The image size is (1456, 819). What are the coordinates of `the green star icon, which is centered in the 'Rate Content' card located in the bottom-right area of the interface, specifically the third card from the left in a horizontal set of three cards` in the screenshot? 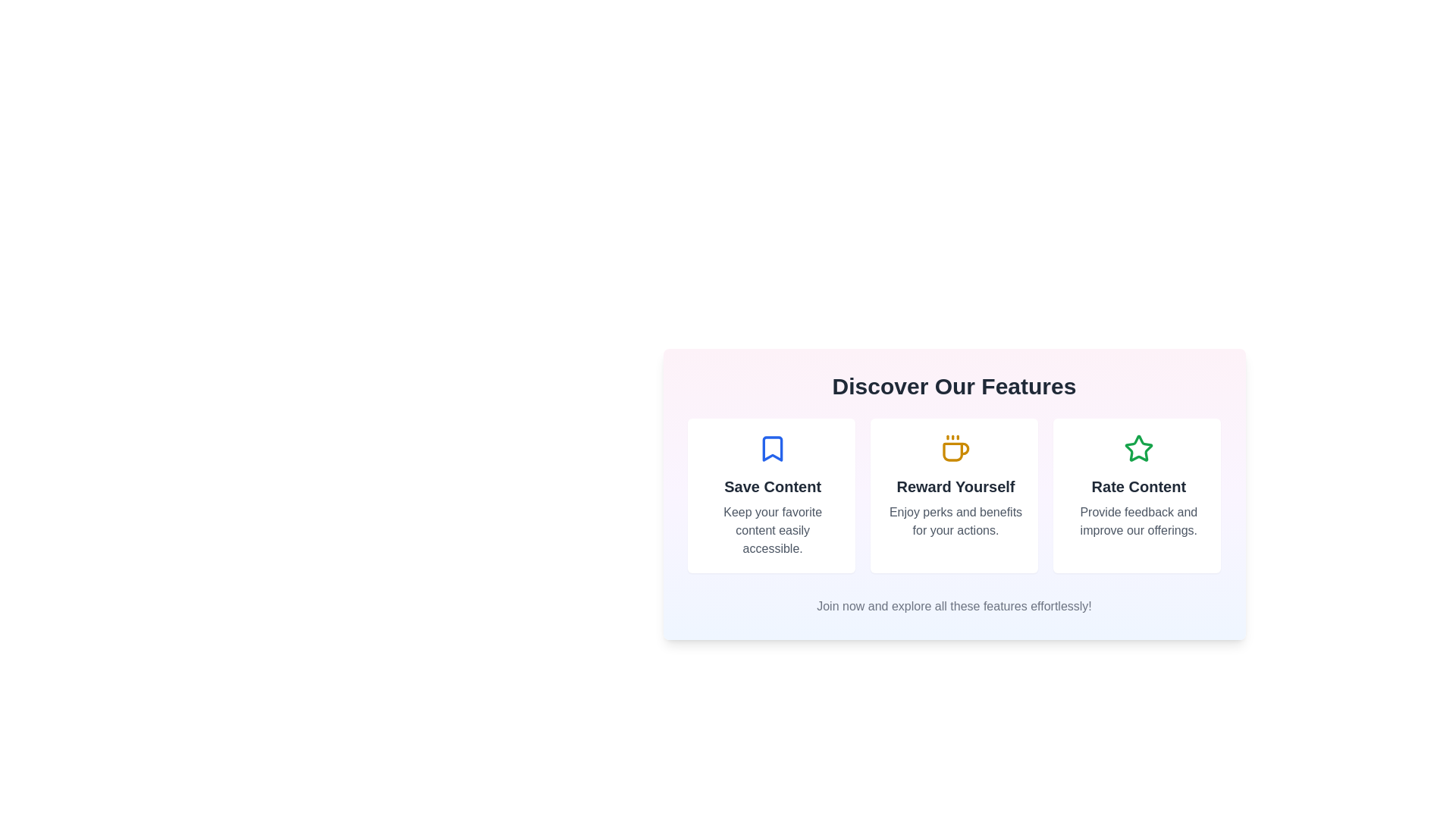 It's located at (1138, 447).